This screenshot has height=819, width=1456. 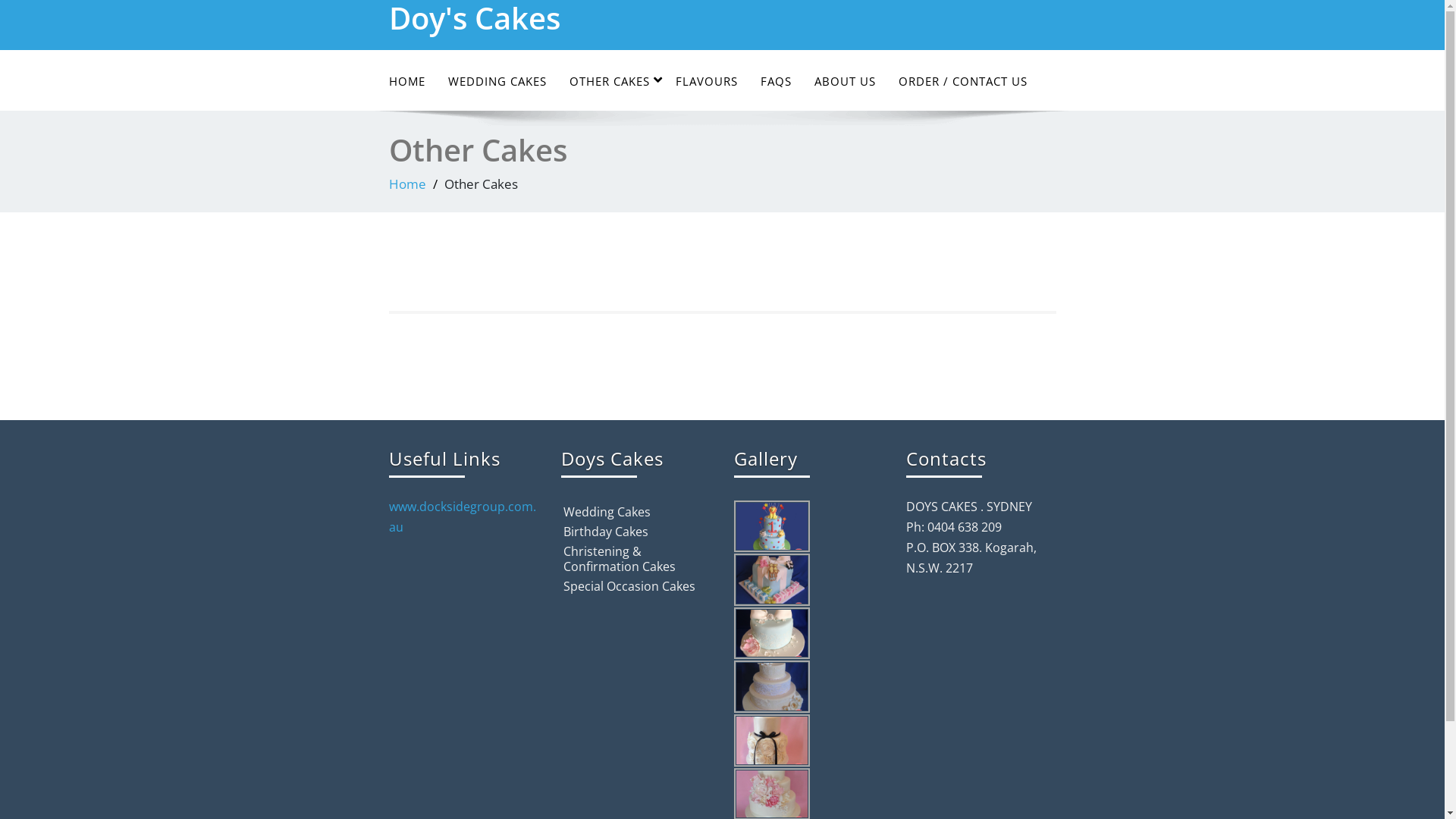 I want to click on 'WEDDING CAKES', so click(x=497, y=81).